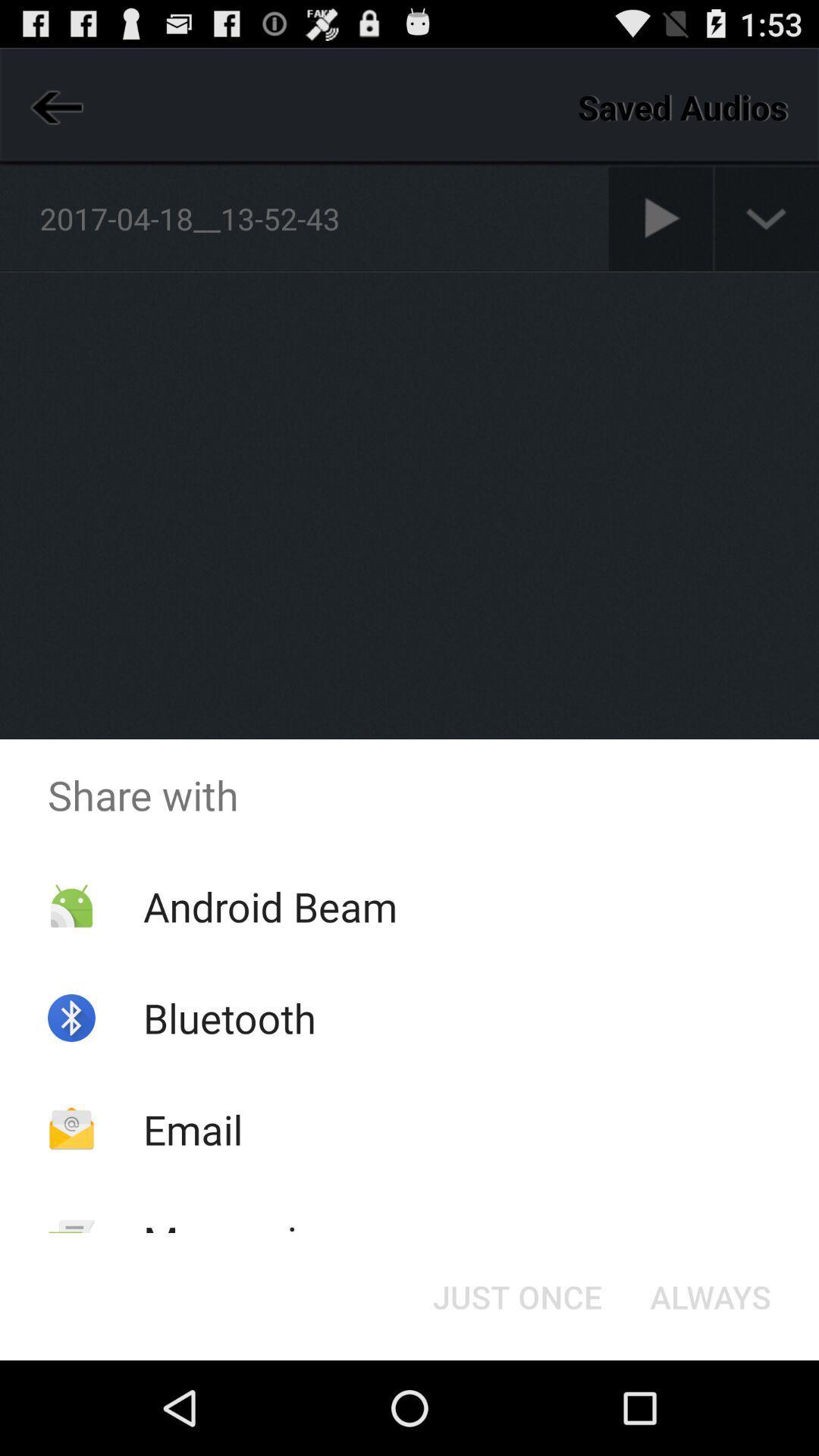  Describe the element at coordinates (192, 1129) in the screenshot. I see `the app below bluetooth item` at that location.